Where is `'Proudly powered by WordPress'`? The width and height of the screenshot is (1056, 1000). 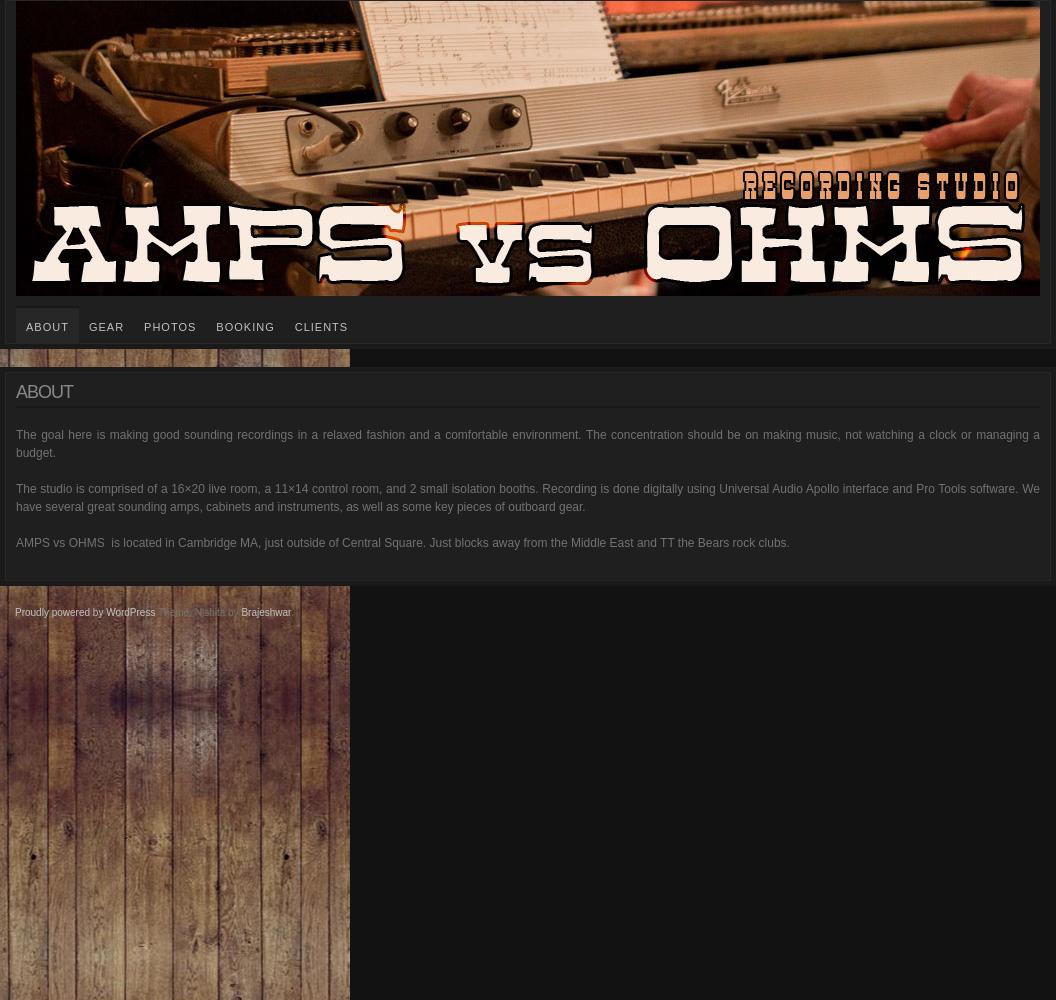
'Proudly powered by WordPress' is located at coordinates (84, 611).